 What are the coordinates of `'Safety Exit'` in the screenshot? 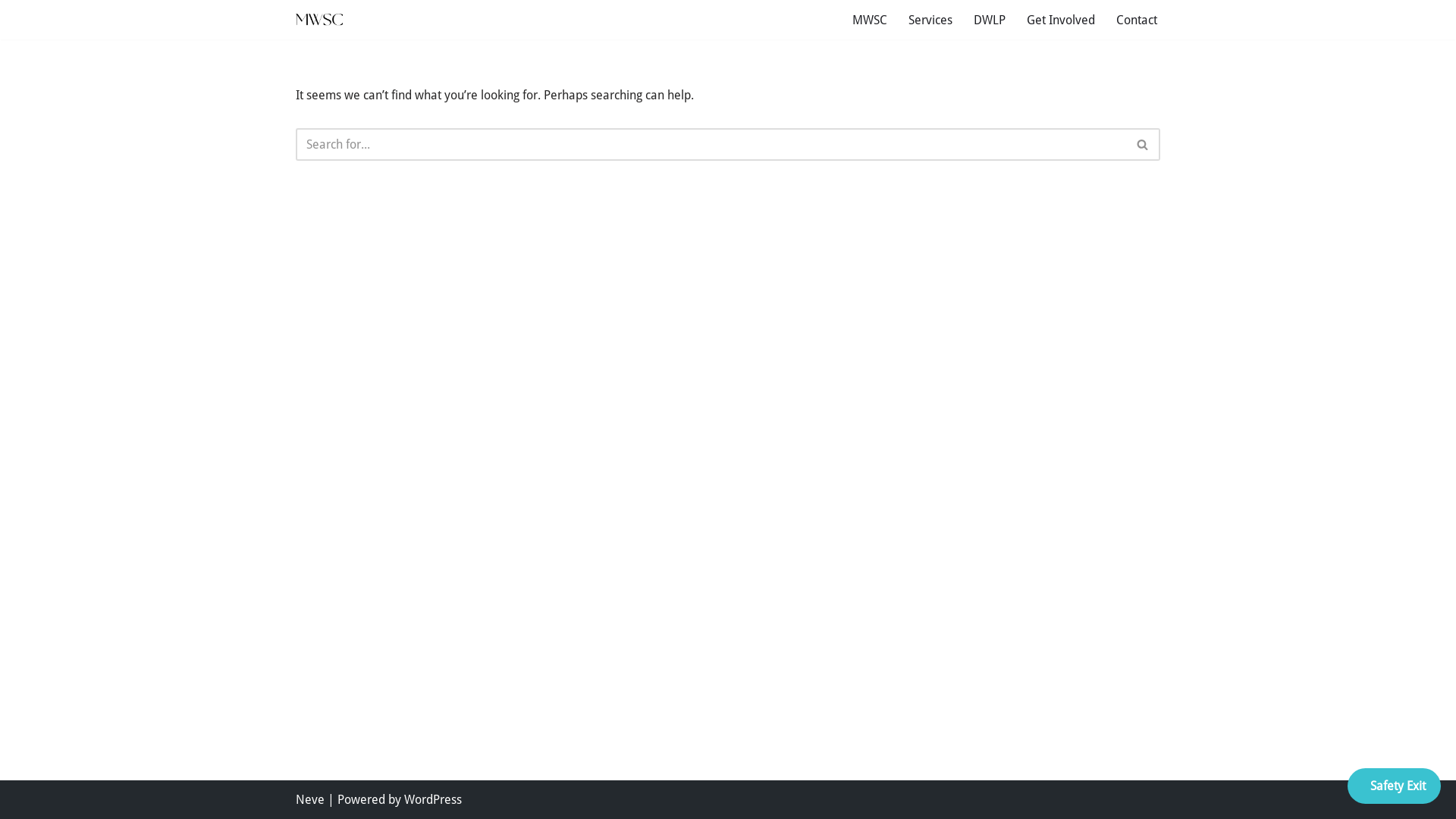 It's located at (1394, 785).